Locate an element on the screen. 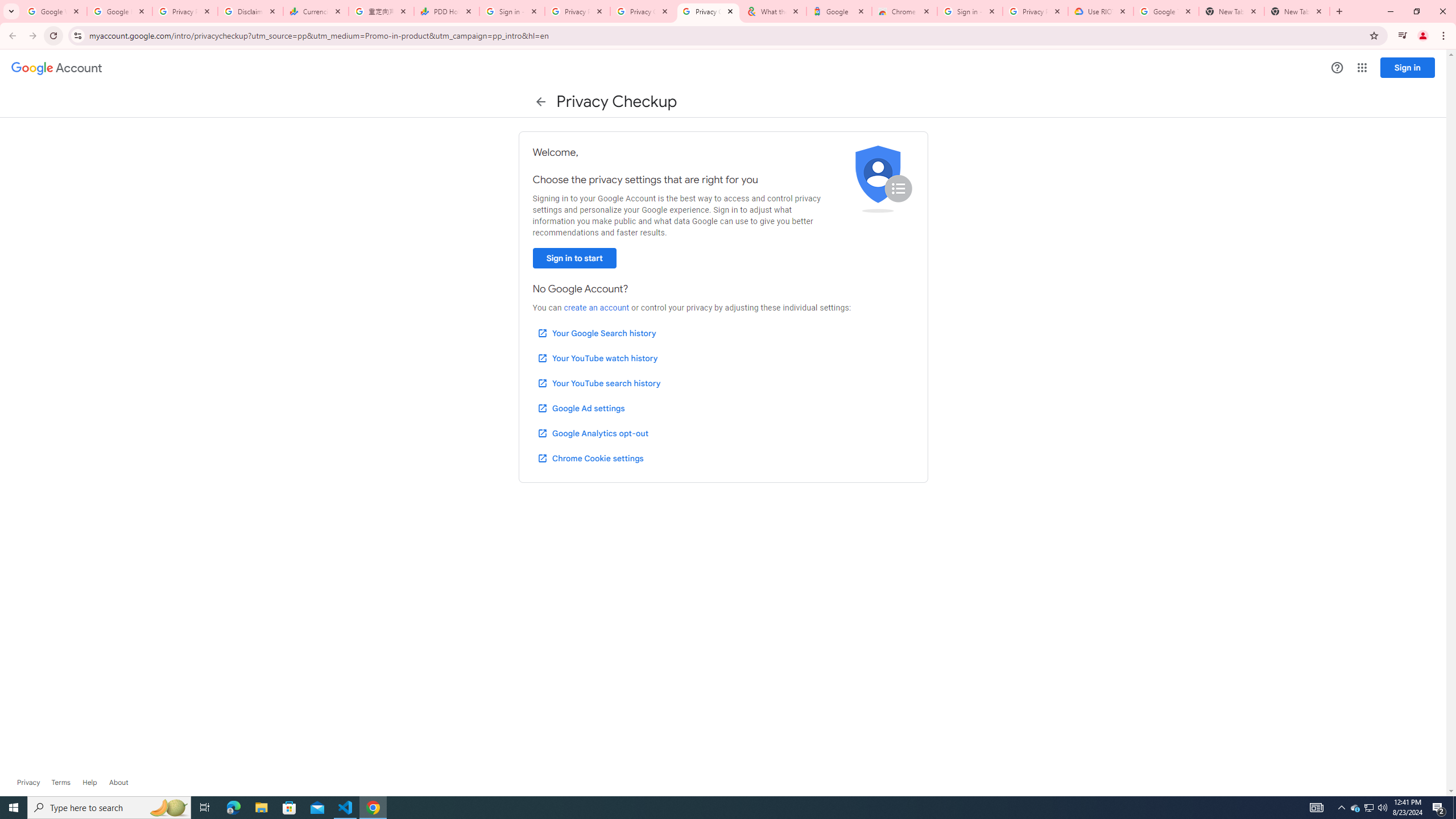 This screenshot has width=1456, height=819. 'Control your music, videos, and more' is located at coordinates (1403, 35).